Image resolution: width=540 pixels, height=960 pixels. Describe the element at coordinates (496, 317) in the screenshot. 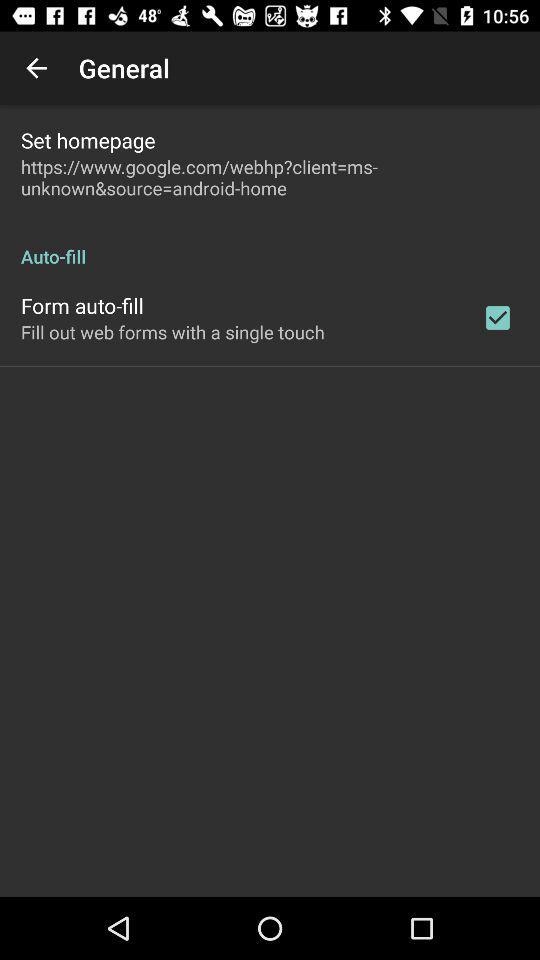

I see `the item to the right of fill out web` at that location.